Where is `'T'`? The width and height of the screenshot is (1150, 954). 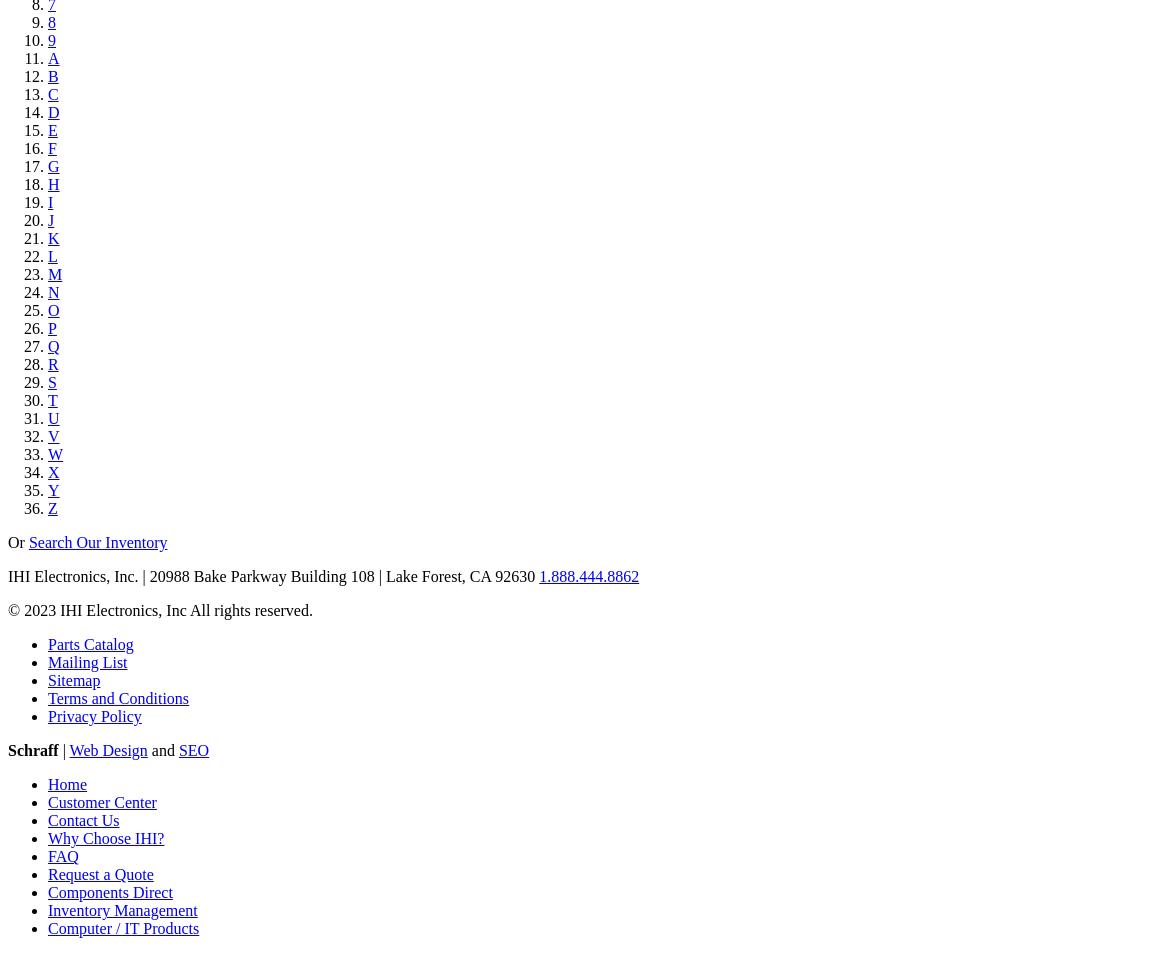 'T' is located at coordinates (51, 400).